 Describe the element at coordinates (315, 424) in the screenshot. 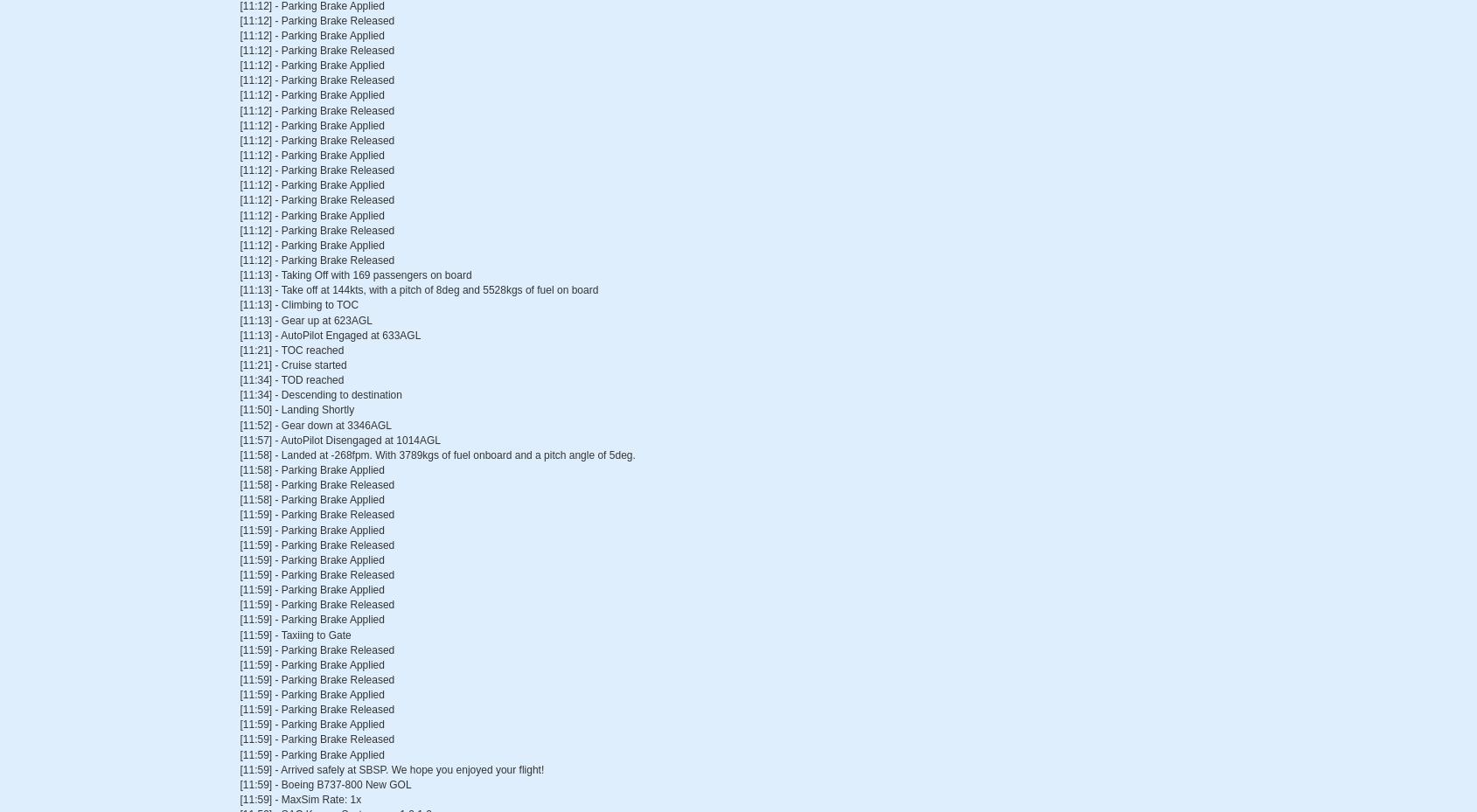

I see `'[11:52] - Gear down at 3346AGL'` at that location.